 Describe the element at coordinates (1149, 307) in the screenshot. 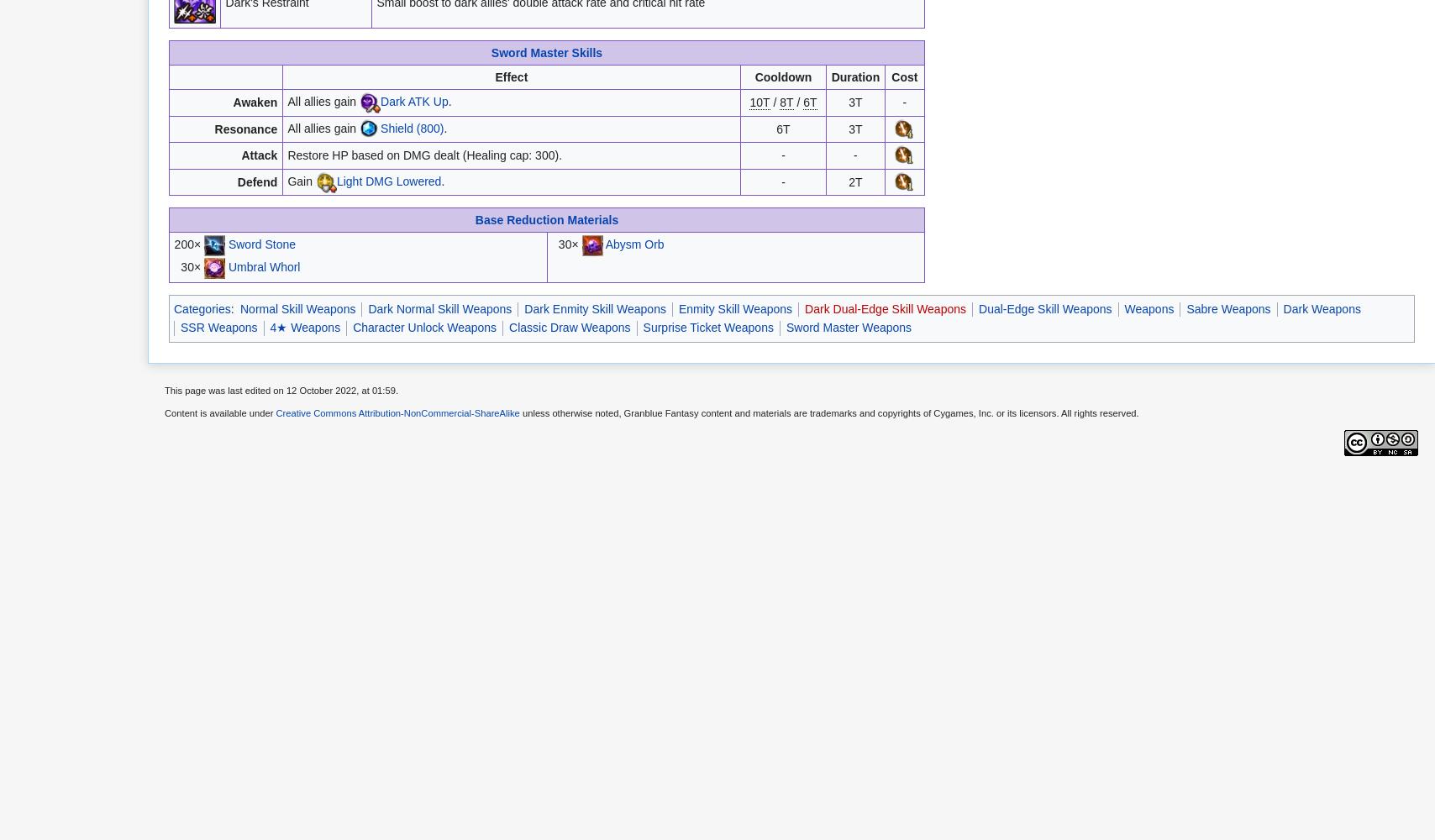

I see `'Weapons'` at that location.